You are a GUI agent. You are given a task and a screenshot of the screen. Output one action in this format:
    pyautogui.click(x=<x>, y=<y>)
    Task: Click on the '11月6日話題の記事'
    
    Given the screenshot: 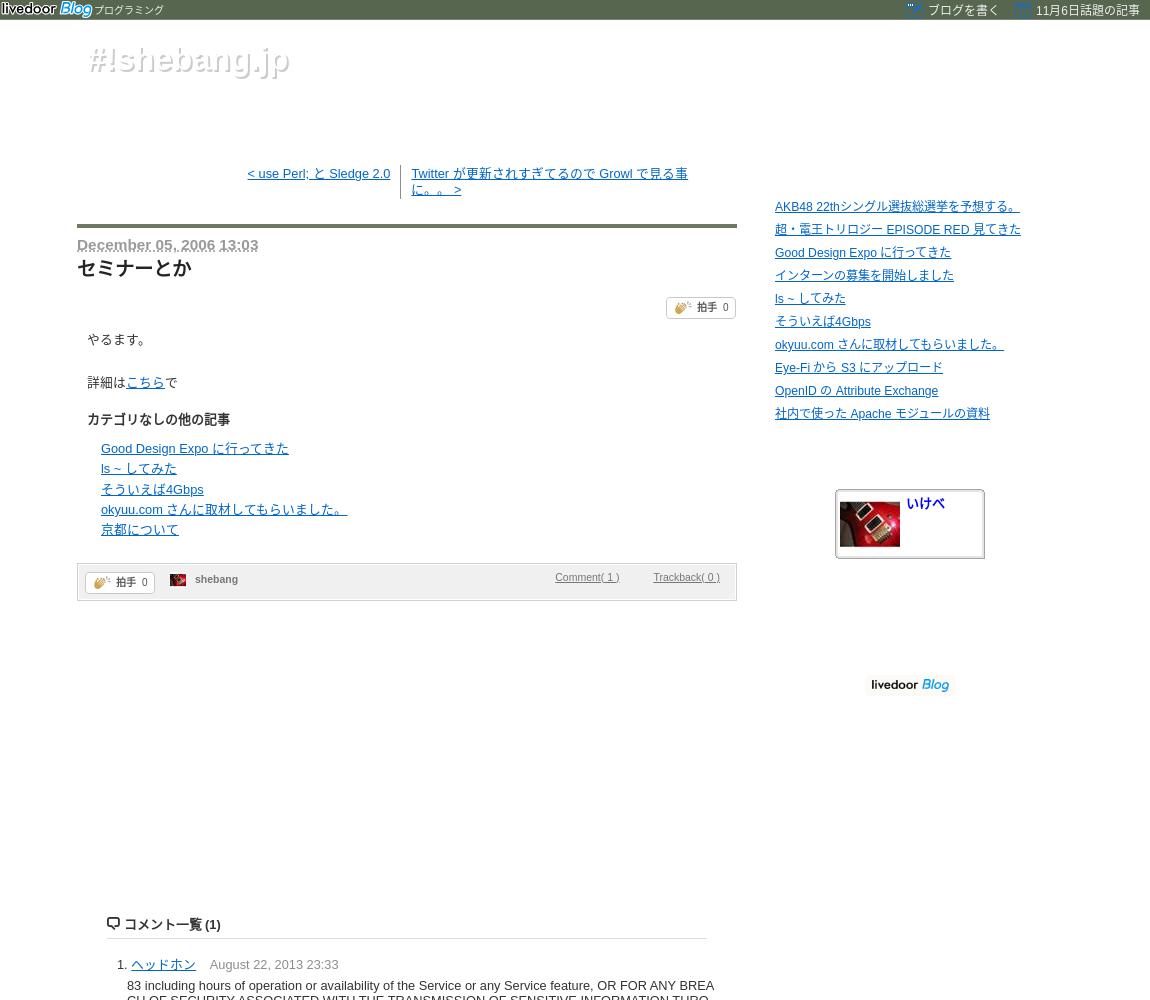 What is the action you would take?
    pyautogui.click(x=1086, y=11)
    